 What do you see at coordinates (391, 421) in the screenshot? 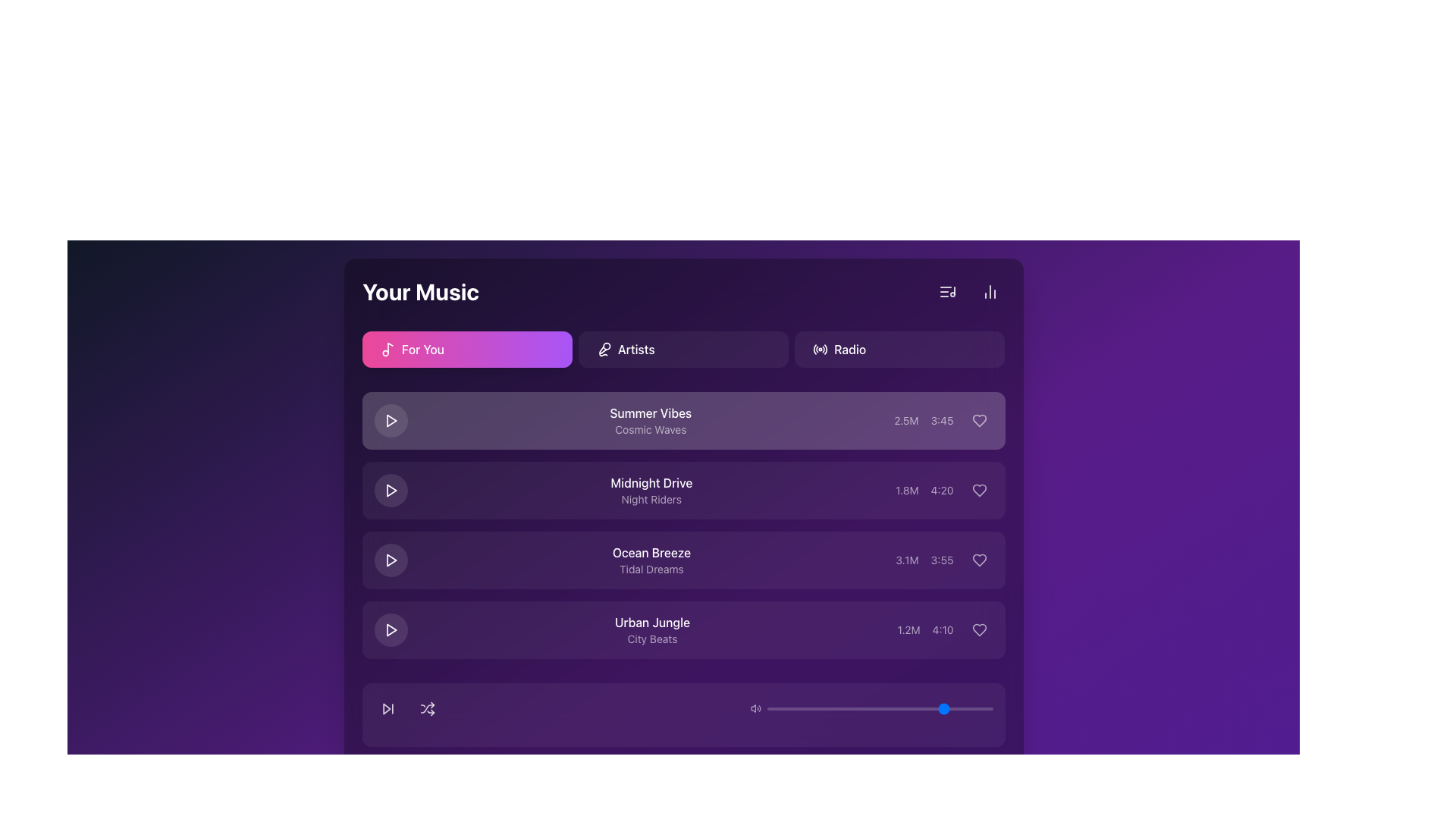
I see `the triangular play icon button located to the left of the 'Summer Vibes' song title` at bounding box center [391, 421].